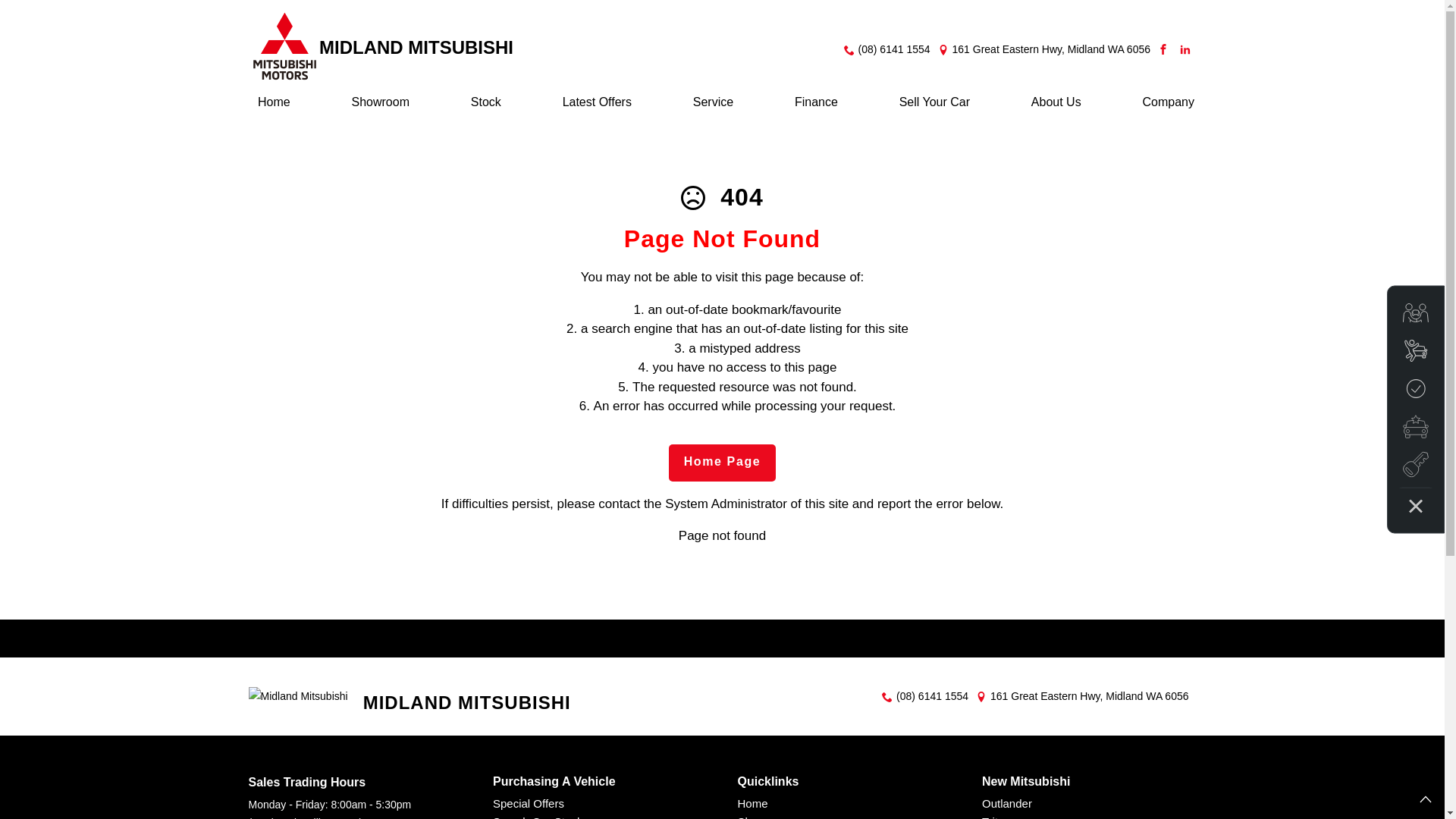  I want to click on 'Outlander', so click(1007, 802).